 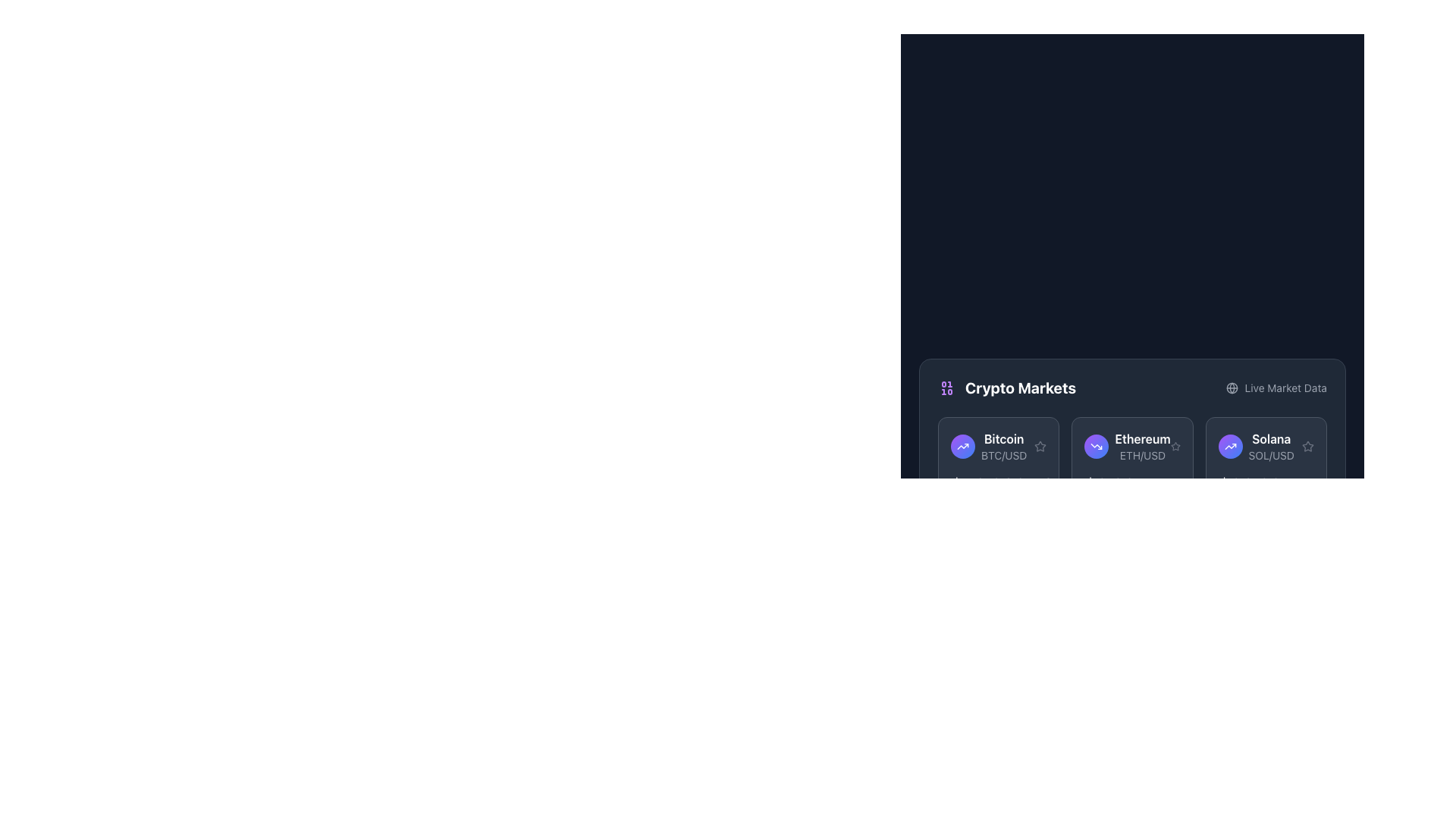 What do you see at coordinates (1132, 444) in the screenshot?
I see `the Informational widget displaying live cryptocurrency market data, which includes trading pairs, current prices, and percentage changes` at bounding box center [1132, 444].